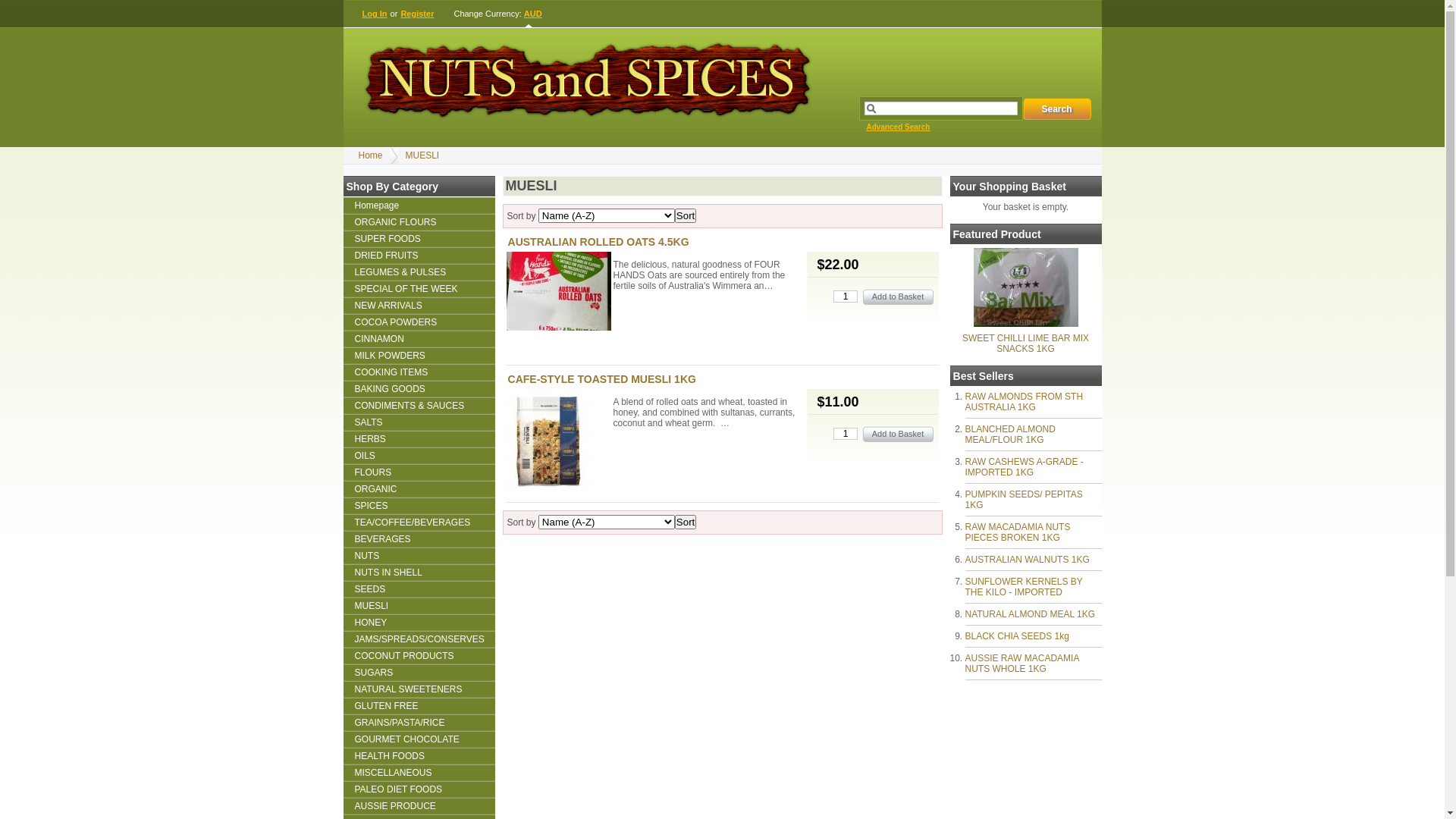 The height and width of the screenshot is (819, 1456). Describe the element at coordinates (419, 654) in the screenshot. I see `'COCONUT PRODUCTS'` at that location.